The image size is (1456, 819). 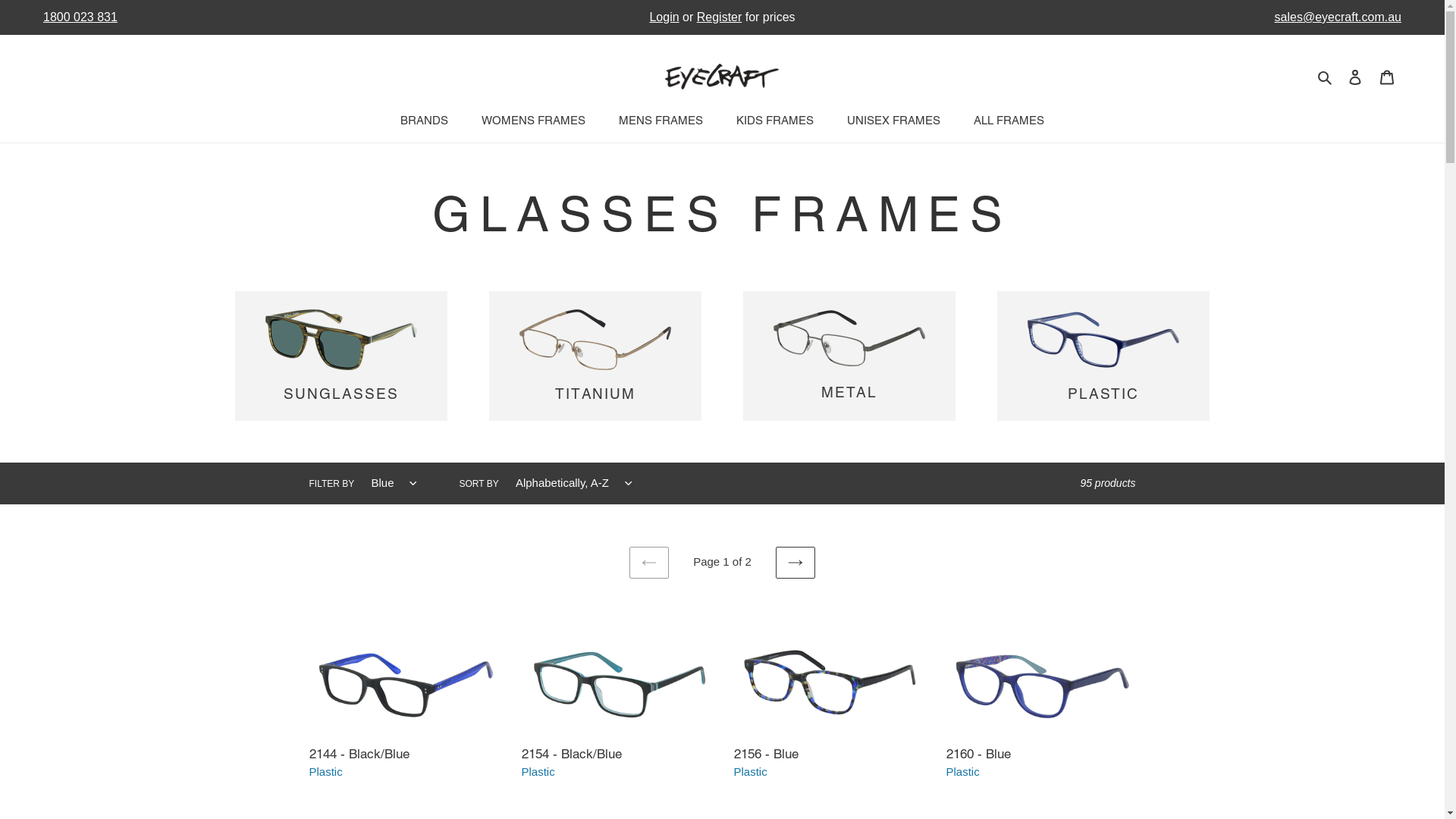 What do you see at coordinates (848, 356) in the screenshot?
I see `'METAL'` at bounding box center [848, 356].